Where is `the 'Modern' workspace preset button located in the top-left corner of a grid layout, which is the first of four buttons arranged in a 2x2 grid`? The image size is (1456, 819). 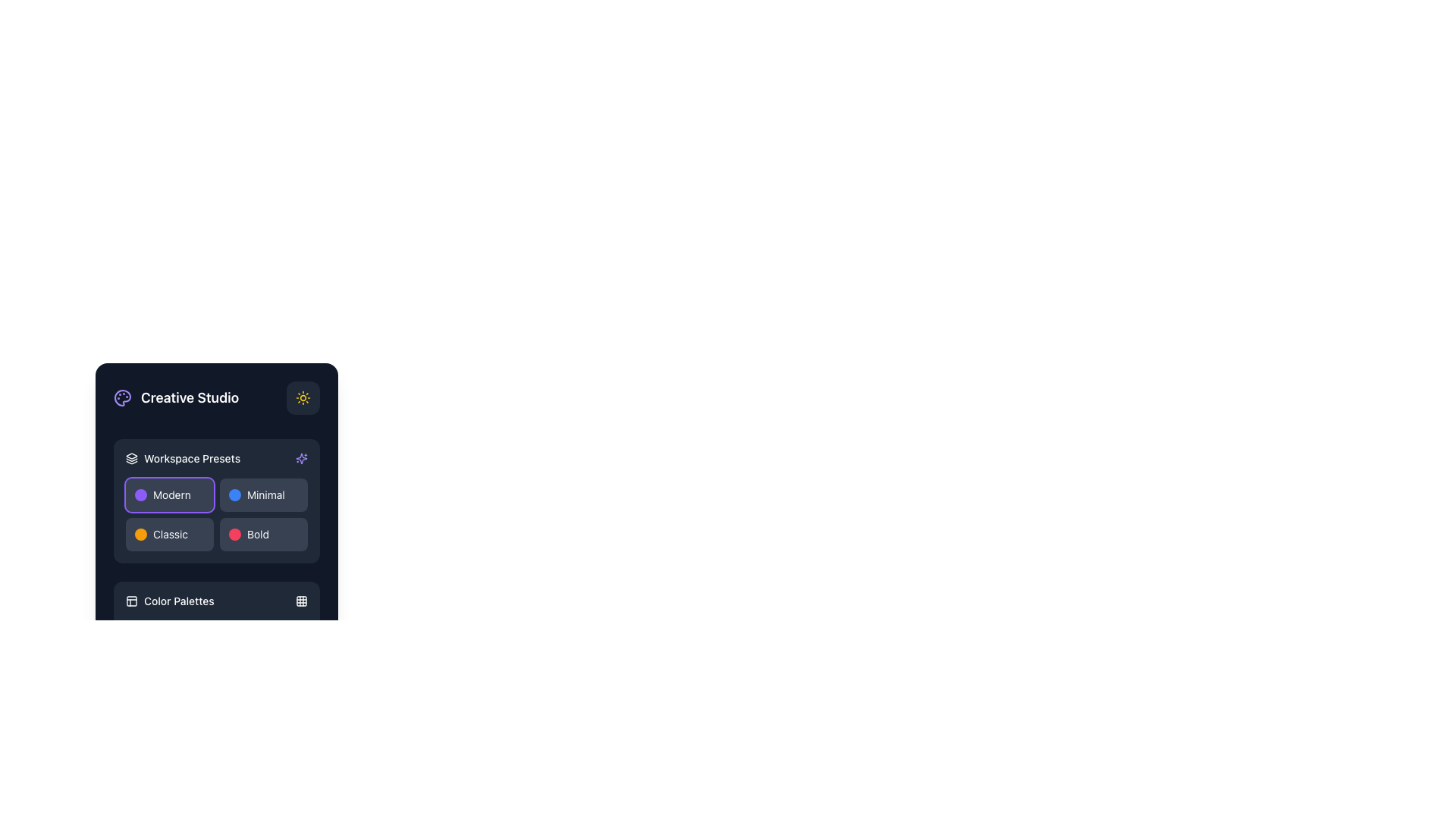 the 'Modern' workspace preset button located in the top-left corner of a grid layout, which is the first of four buttons arranged in a 2x2 grid is located at coordinates (170, 494).